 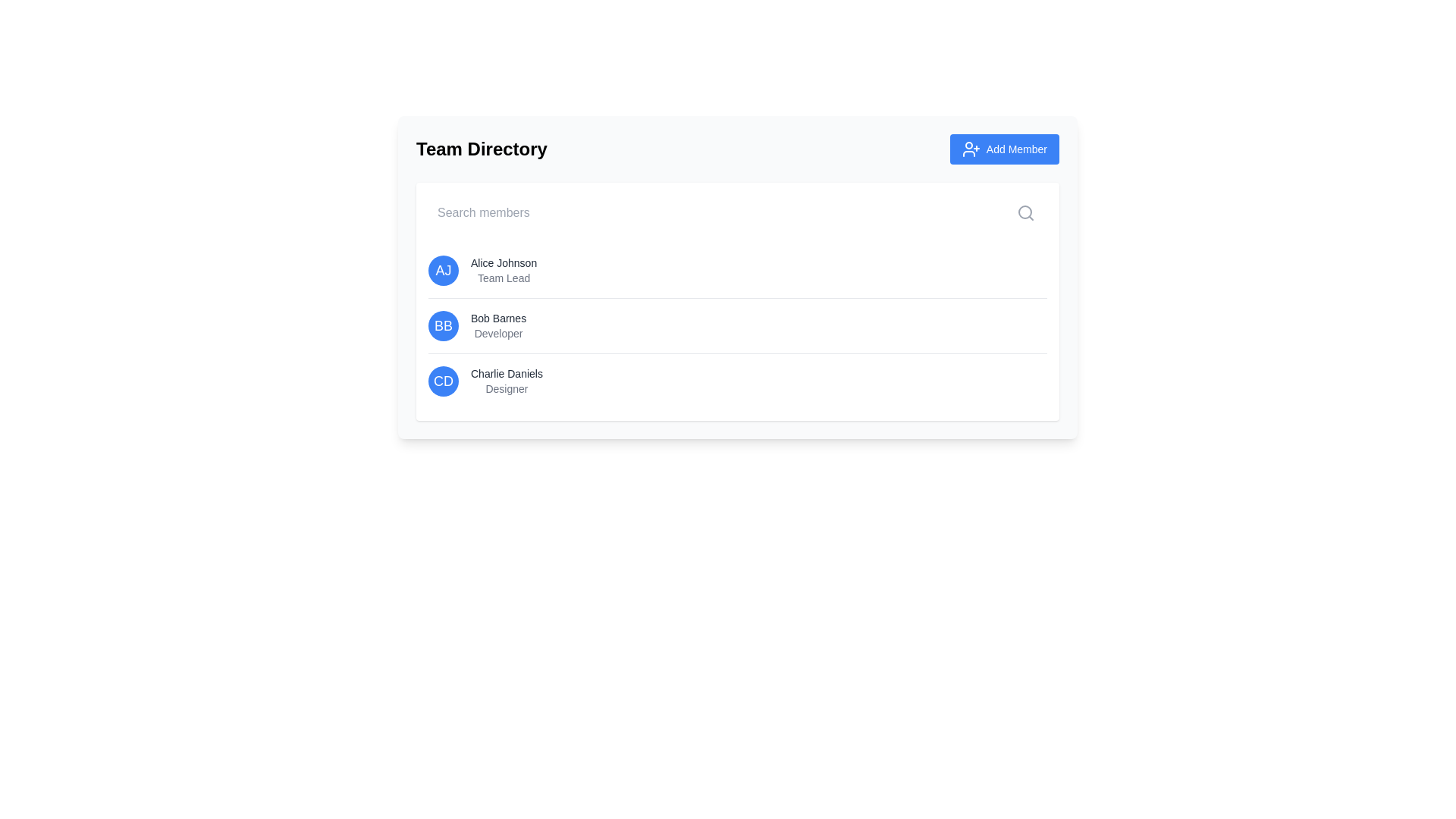 I want to click on the text label displaying 'Bob Barnes' in the Team Directory, which is styled in dark gray and represents a Developer, so click(x=498, y=318).